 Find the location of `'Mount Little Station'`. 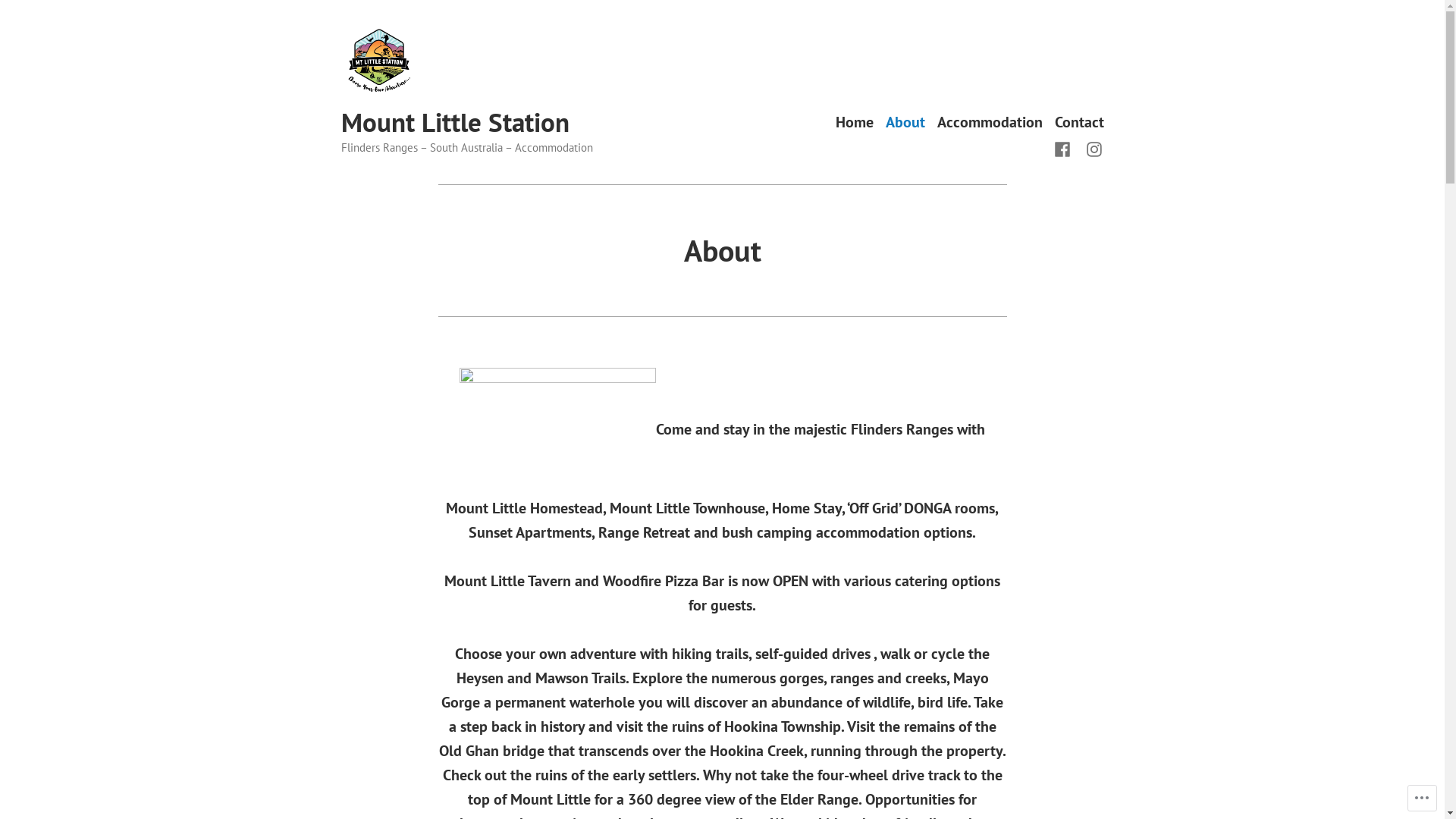

'Mount Little Station' is located at coordinates (454, 121).